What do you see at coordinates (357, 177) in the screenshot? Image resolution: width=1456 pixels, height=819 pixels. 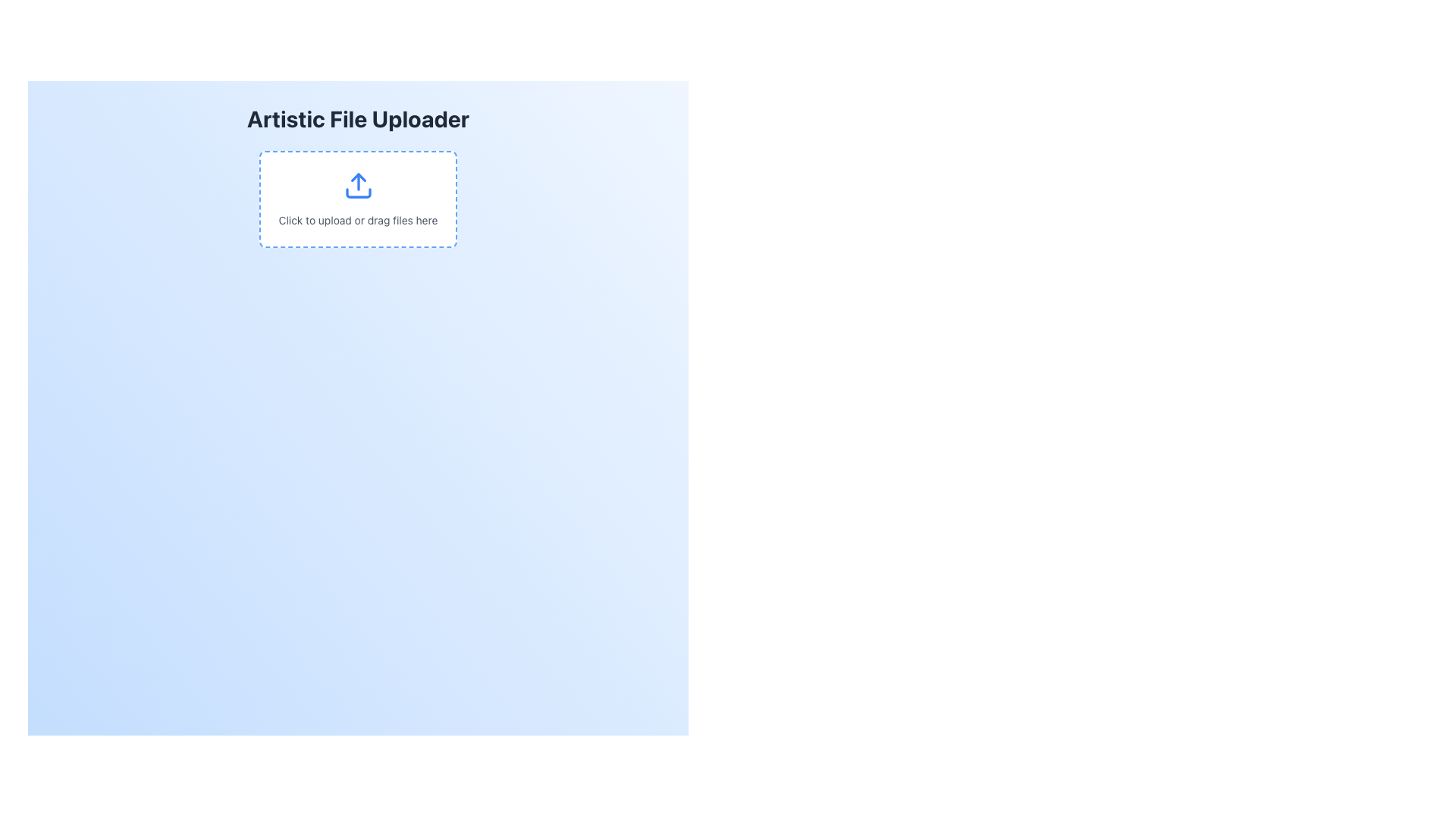 I see `the upward-pointing triangle in the file upload icon, which features a blue outline and is located at the top center of the upload area under 'Artistic File Uploader'` at bounding box center [357, 177].